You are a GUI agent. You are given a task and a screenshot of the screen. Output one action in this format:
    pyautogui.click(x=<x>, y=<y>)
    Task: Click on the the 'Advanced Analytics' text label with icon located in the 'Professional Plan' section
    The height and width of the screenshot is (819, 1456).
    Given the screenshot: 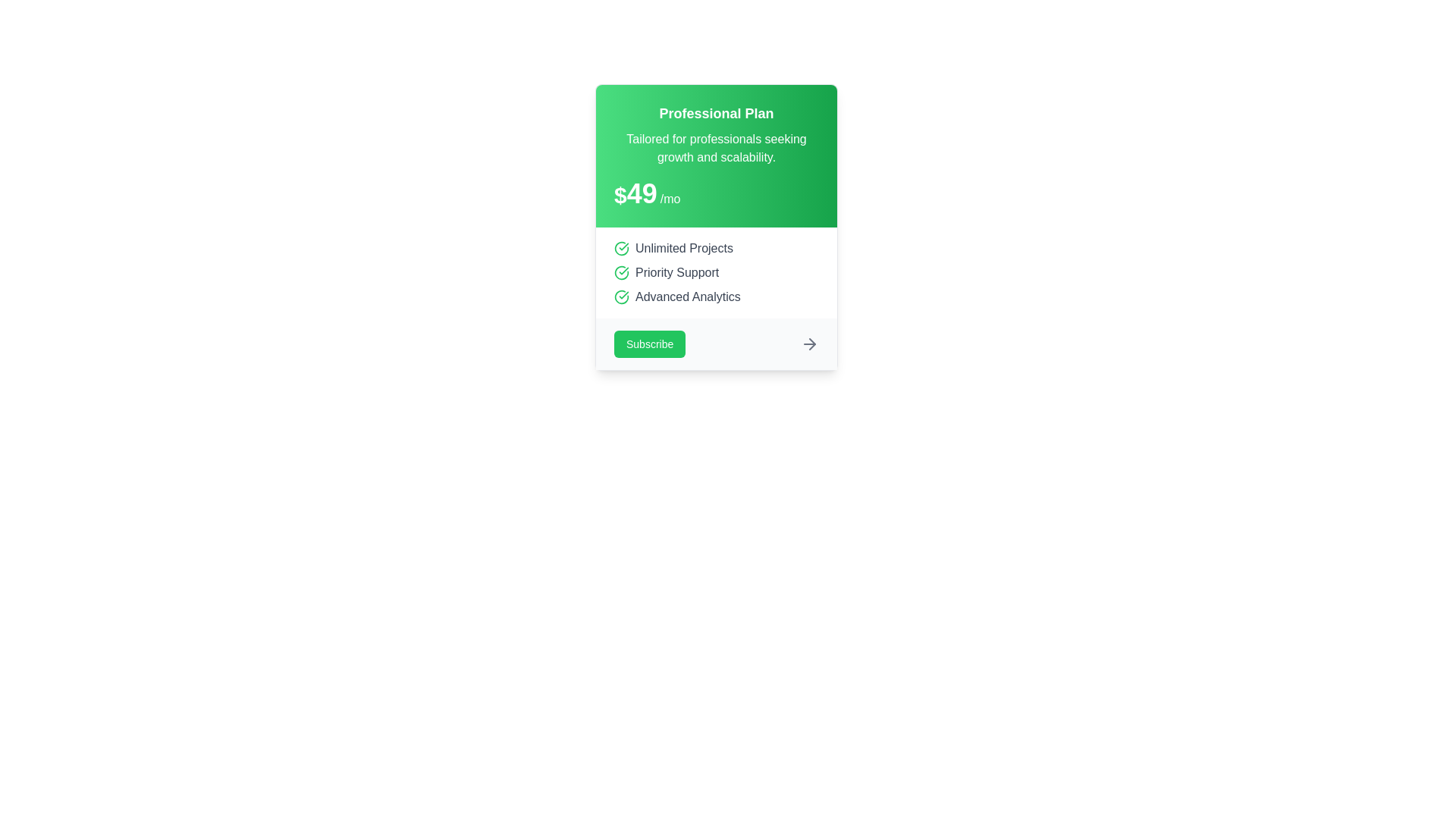 What is the action you would take?
    pyautogui.click(x=716, y=297)
    